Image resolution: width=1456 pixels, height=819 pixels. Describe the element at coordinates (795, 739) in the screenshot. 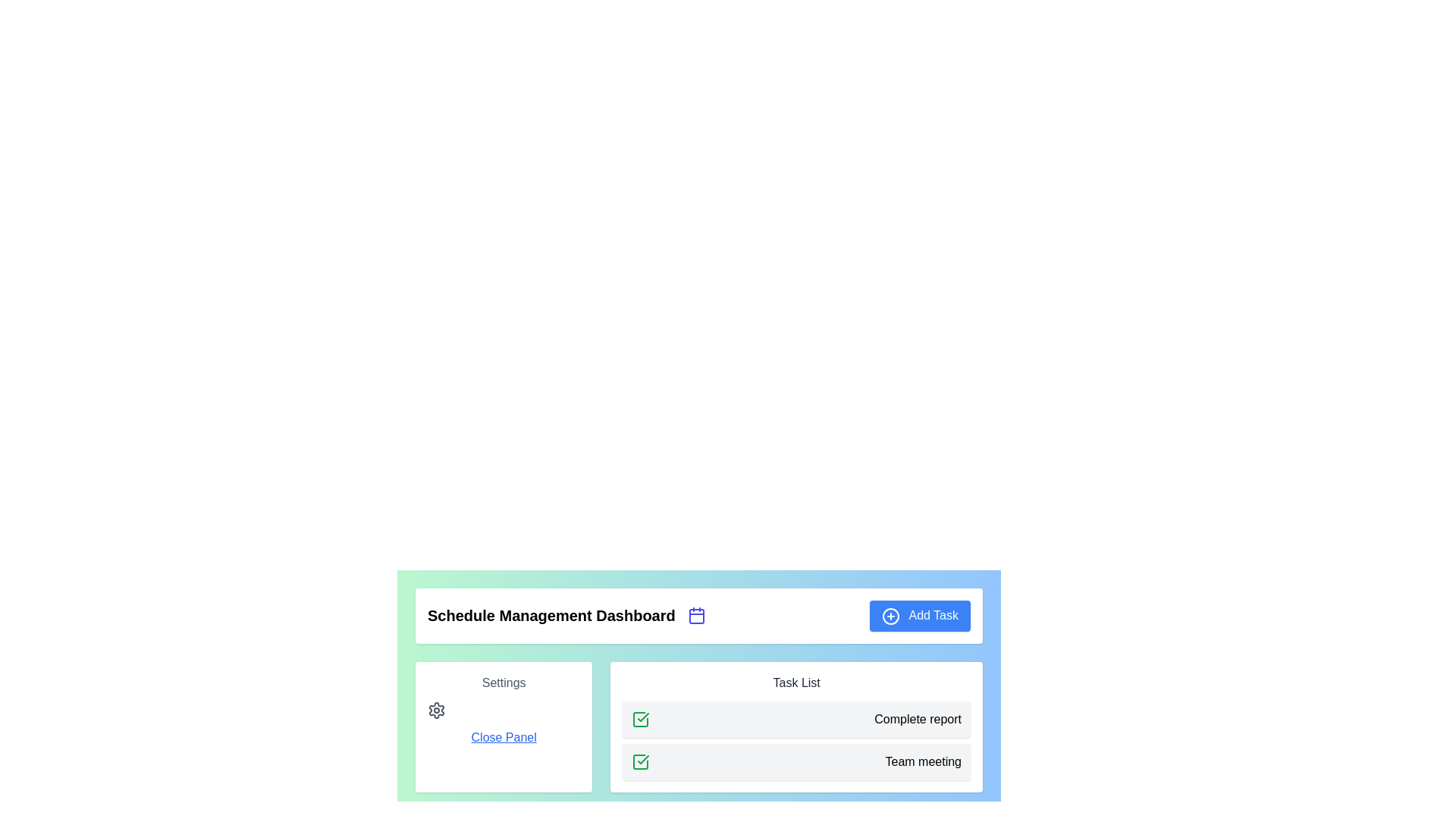

I see `the task list element located in the 'Task List' section, specifically positioned near the bottom right quadrant, displaying task completion with checkmarks and labels` at that location.